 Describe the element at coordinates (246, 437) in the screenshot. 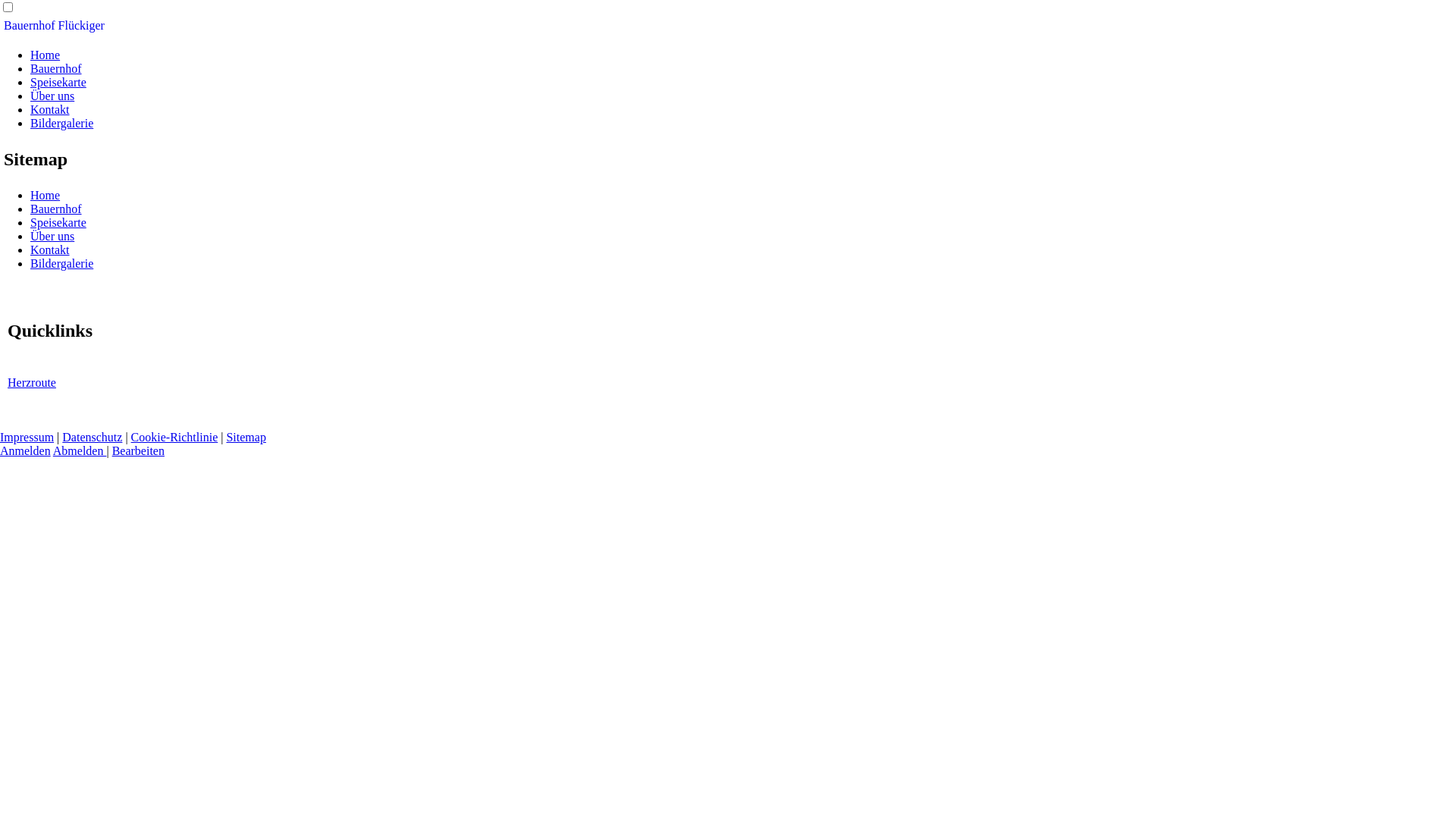

I see `'Sitemap'` at that location.